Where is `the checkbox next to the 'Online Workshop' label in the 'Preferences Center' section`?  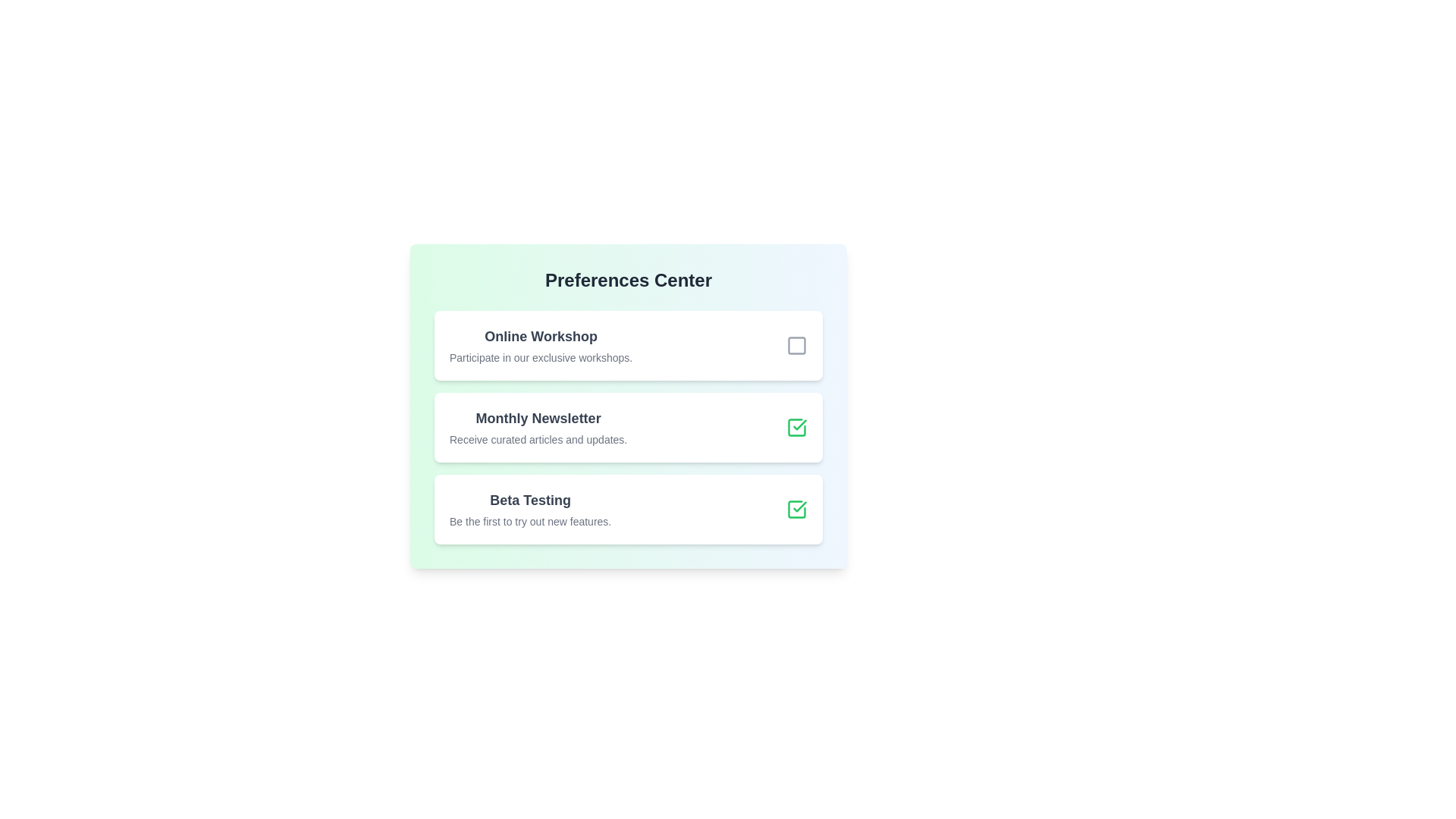
the checkbox next to the 'Online Workshop' label in the 'Preferences Center' section is located at coordinates (796, 345).